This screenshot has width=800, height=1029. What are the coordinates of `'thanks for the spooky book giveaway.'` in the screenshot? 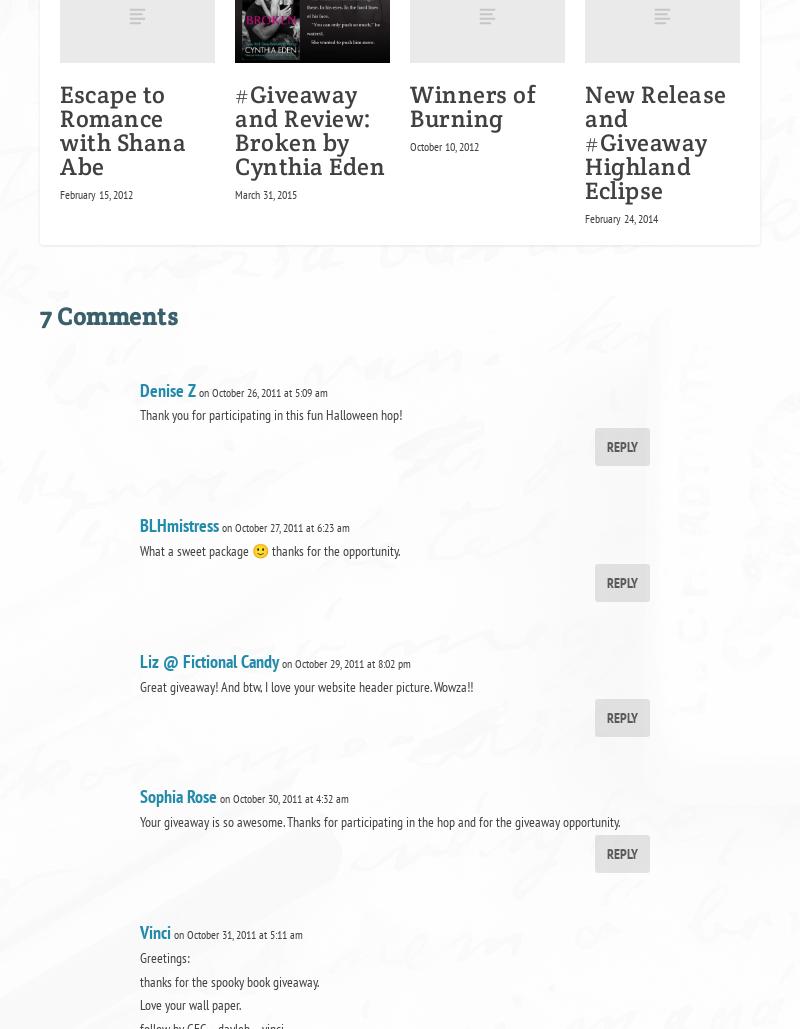 It's located at (229, 980).